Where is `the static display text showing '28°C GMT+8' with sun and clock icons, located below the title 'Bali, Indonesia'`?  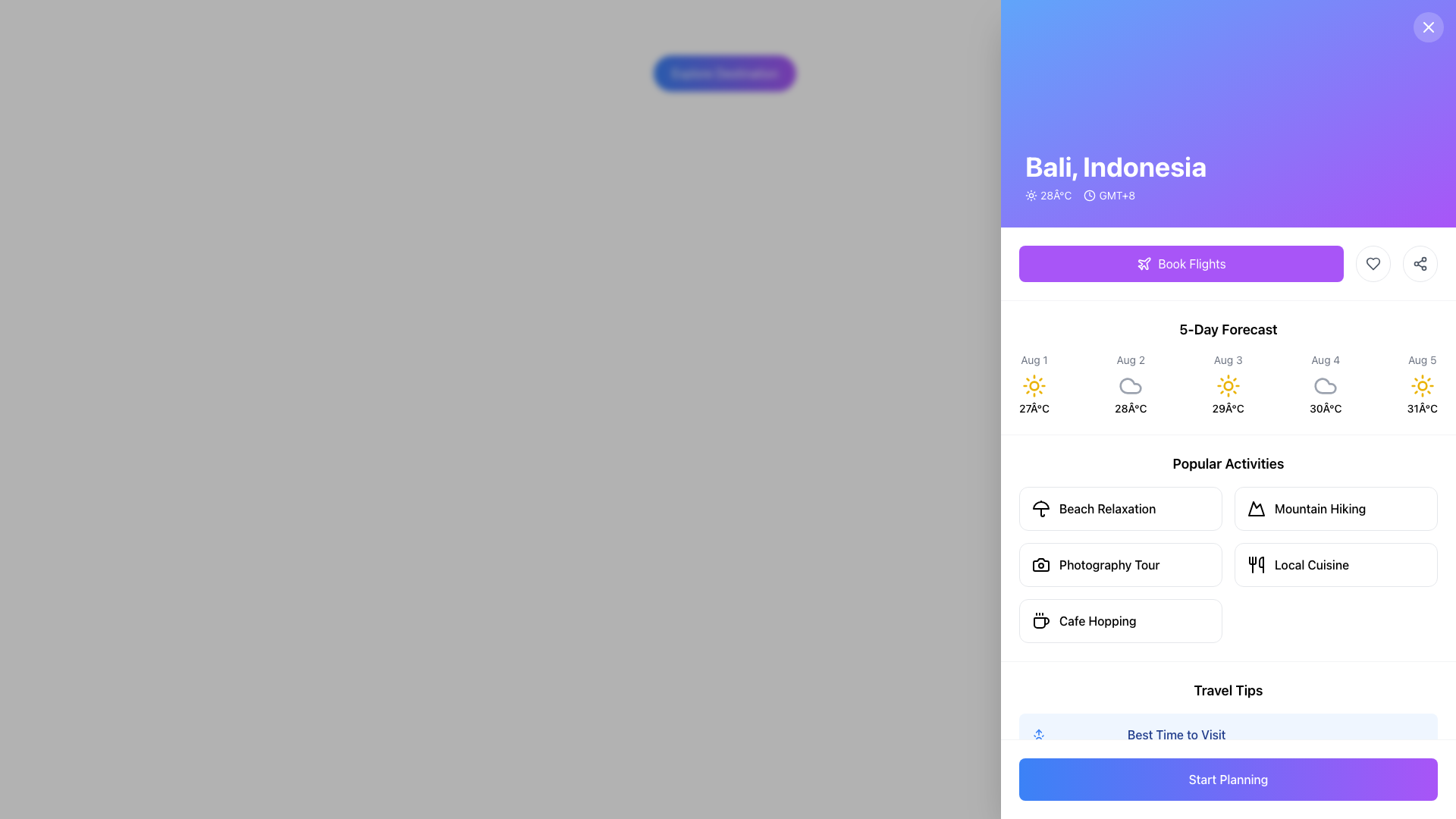 the static display text showing '28°C GMT+8' with sun and clock icons, located below the title 'Bali, Indonesia' is located at coordinates (1116, 195).